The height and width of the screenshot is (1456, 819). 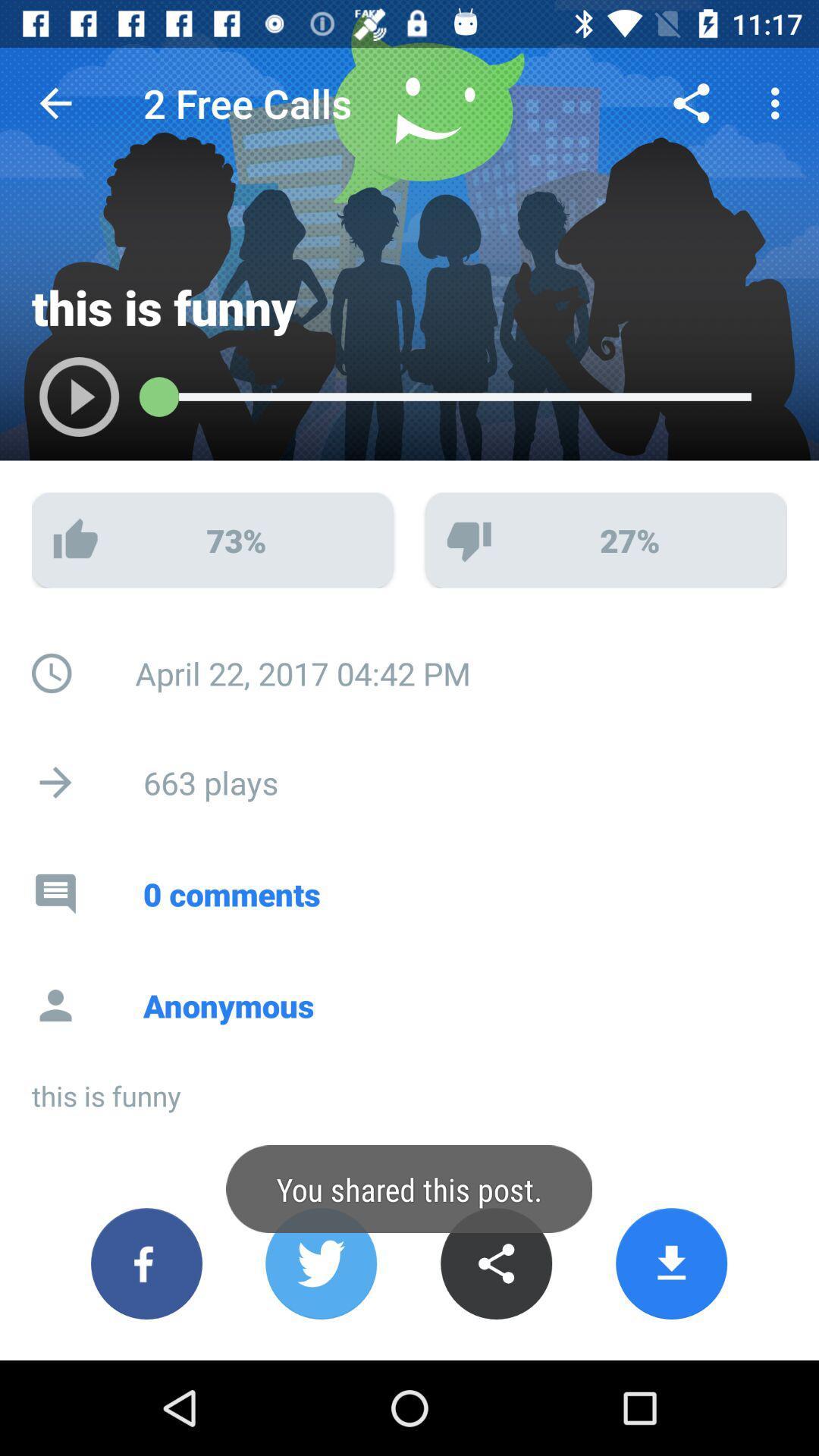 What do you see at coordinates (496, 1263) in the screenshot?
I see `share this` at bounding box center [496, 1263].